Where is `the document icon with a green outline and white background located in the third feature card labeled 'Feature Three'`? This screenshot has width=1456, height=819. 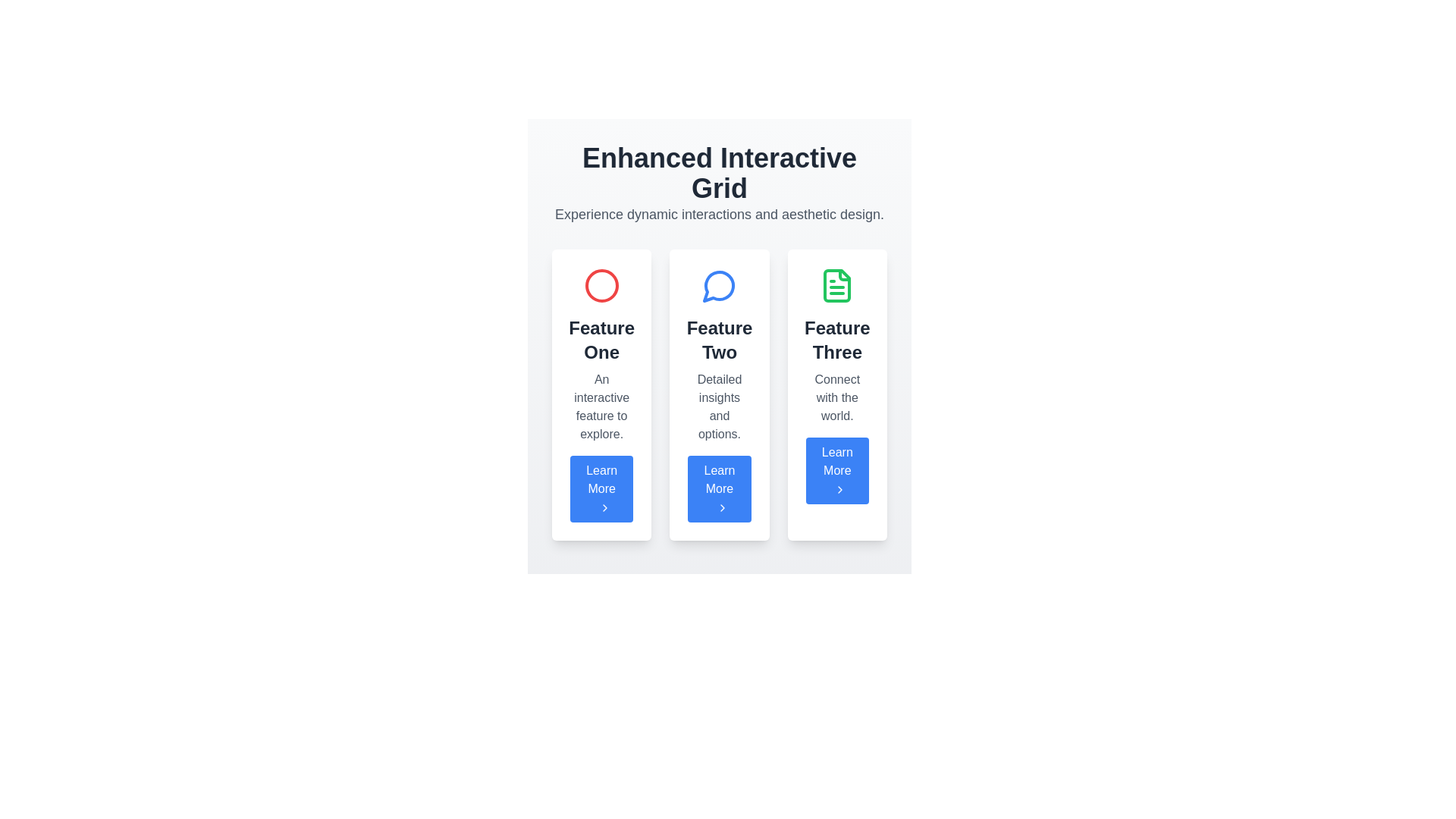
the document icon with a green outline and white background located in the third feature card labeled 'Feature Three' is located at coordinates (836, 286).